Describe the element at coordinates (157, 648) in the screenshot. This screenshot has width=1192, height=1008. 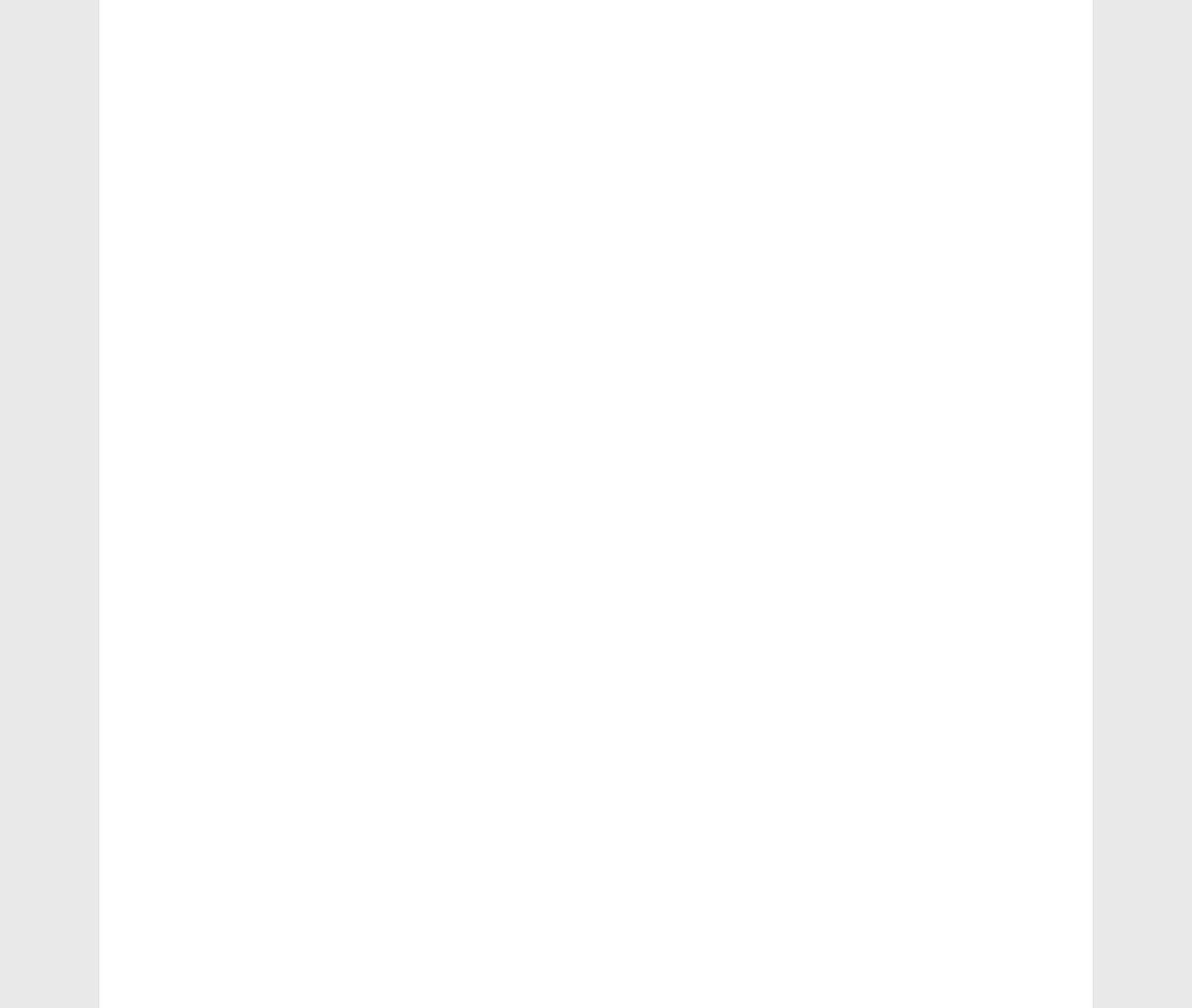
I see `'VAT'` at that location.